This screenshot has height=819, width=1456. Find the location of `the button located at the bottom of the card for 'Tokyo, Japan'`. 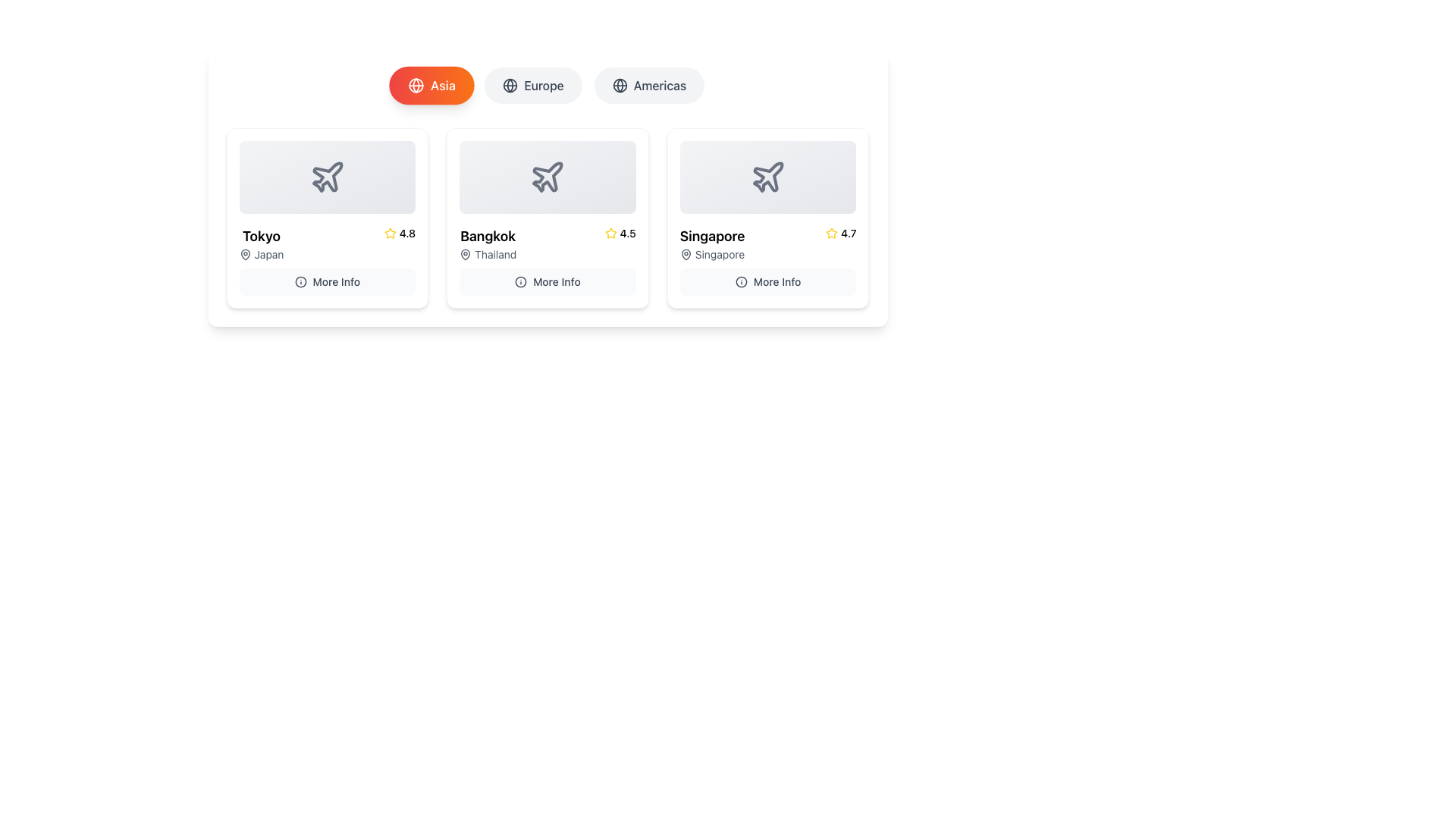

the button located at the bottom of the card for 'Tokyo, Japan' is located at coordinates (326, 281).